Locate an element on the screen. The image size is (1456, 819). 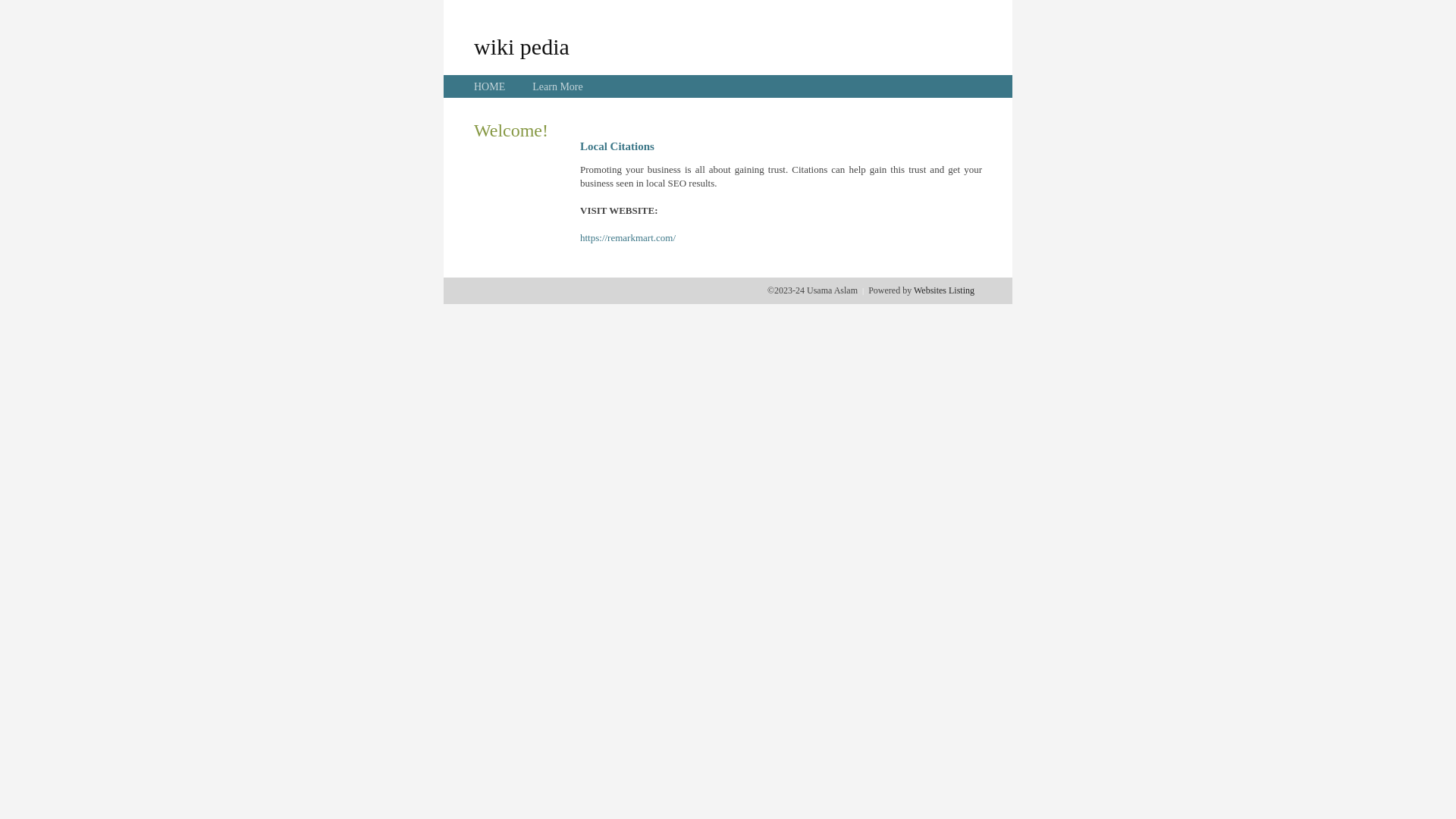
'wiki pedia' is located at coordinates (521, 45).